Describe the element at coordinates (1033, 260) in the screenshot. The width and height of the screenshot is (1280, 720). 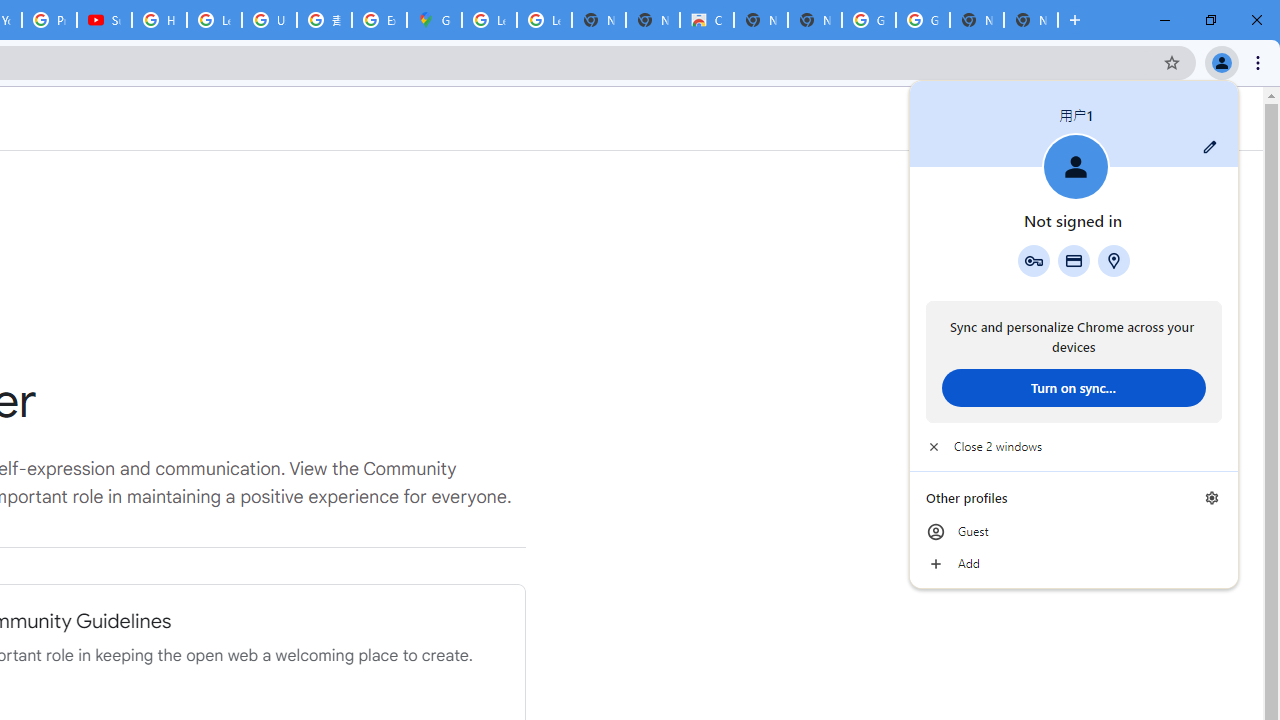
I see `'Google Password Manager'` at that location.